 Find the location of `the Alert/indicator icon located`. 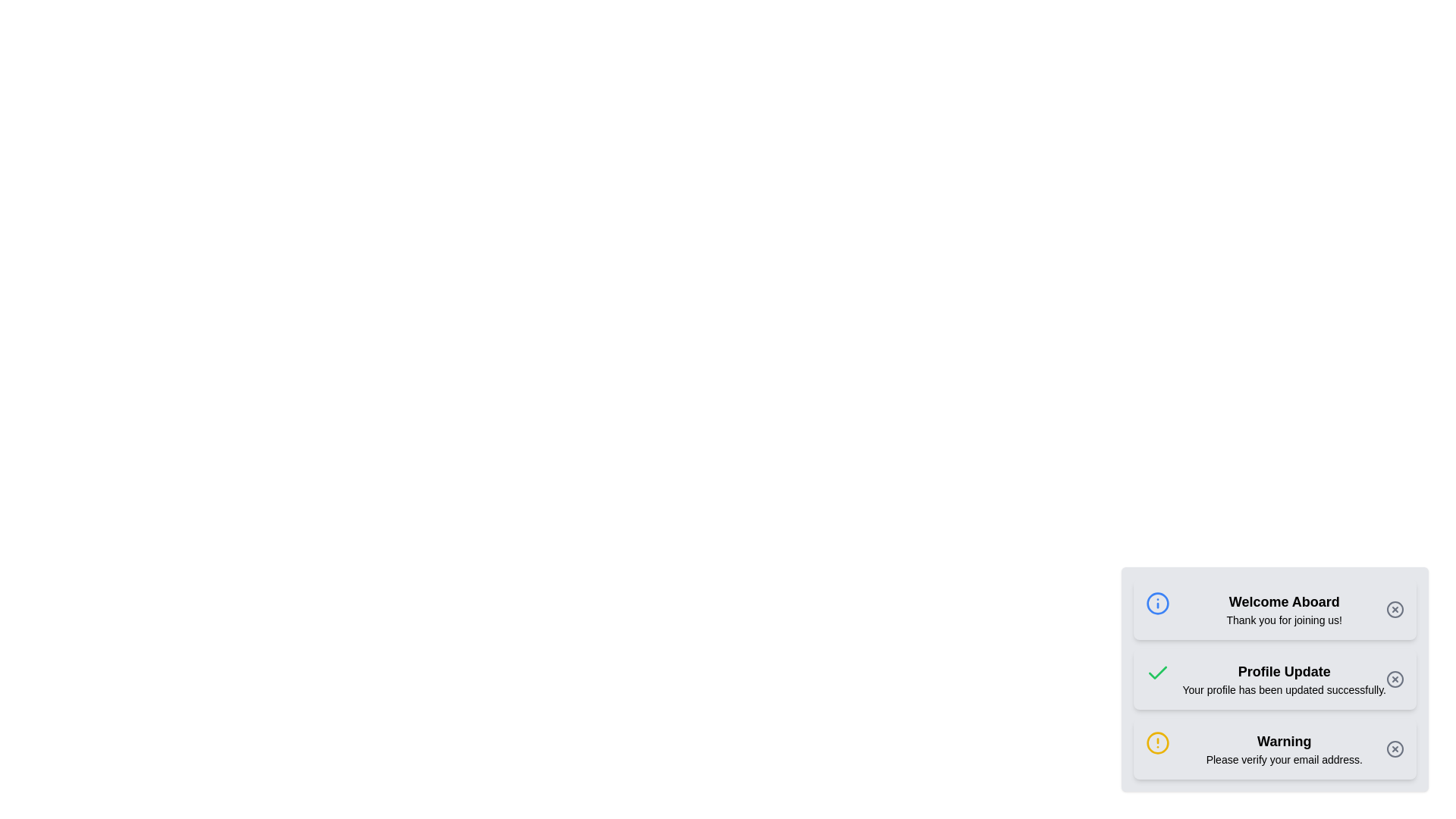

the Alert/indicator icon located is located at coordinates (1157, 748).